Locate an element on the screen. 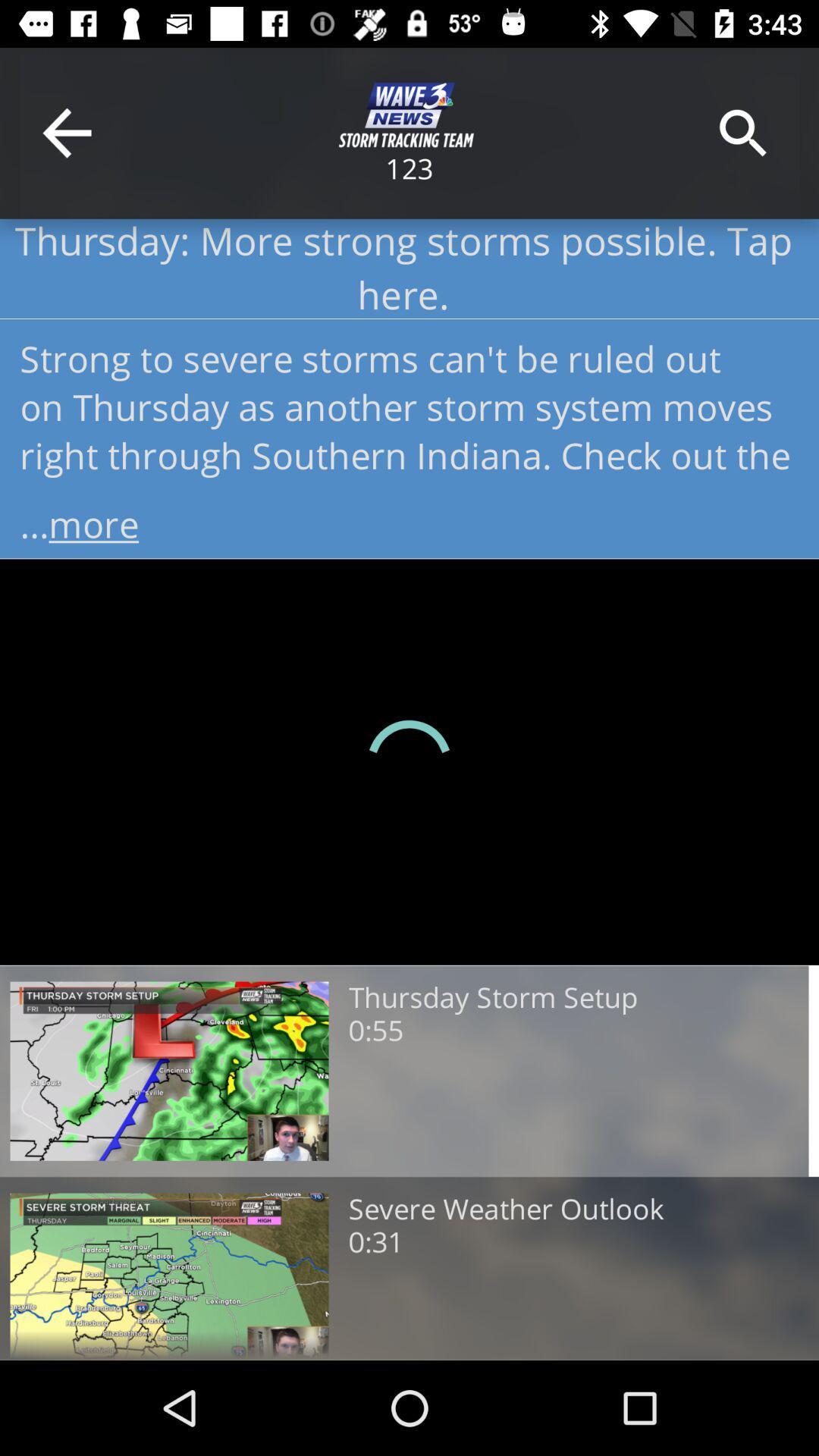  severe weather outlook icon is located at coordinates (506, 1209).